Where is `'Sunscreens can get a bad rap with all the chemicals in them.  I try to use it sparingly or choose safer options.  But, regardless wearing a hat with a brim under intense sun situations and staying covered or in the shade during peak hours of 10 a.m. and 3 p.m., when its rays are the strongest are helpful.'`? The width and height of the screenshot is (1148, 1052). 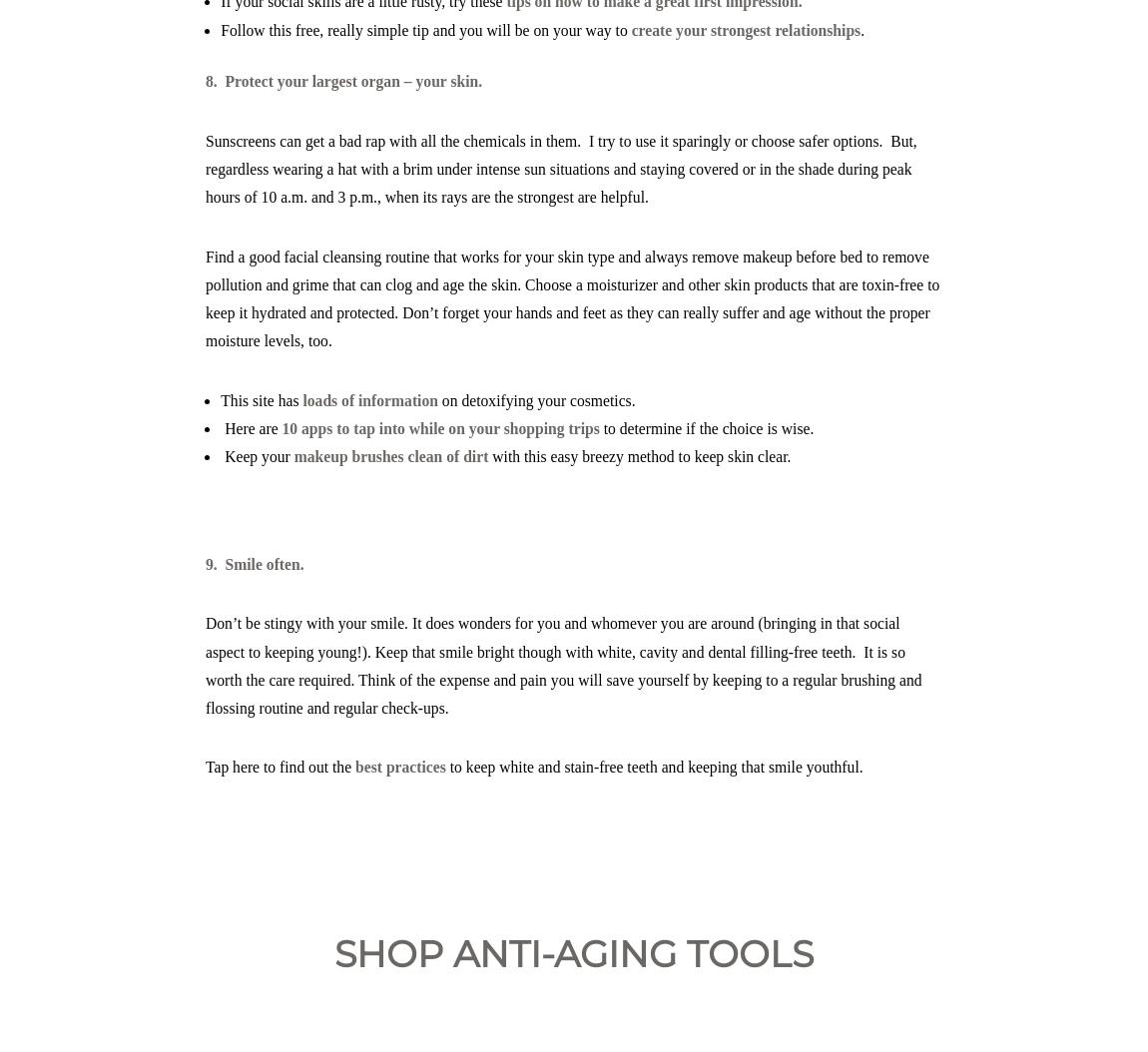
'Sunscreens can get a bad rap with all the chemicals in them.  I try to use it sparingly or choose safer options.  But, regardless wearing a hat with a brim under intense sun situations and staying covered or in the shade during peak hours of 10 a.m. and 3 p.m., when its rays are the strongest are helpful.' is located at coordinates (560, 167).